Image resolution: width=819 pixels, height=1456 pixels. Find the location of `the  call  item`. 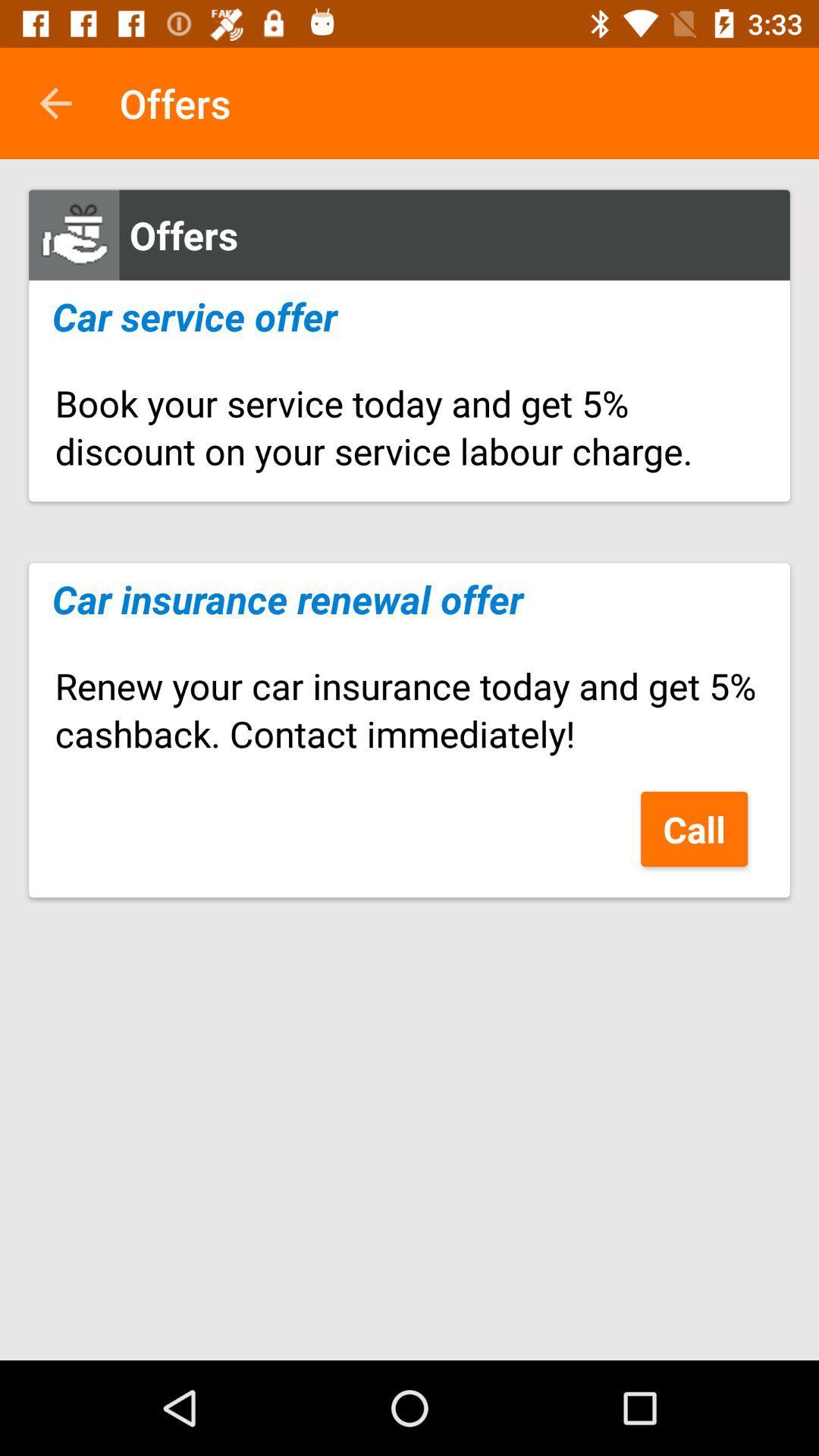

the  call  item is located at coordinates (694, 828).